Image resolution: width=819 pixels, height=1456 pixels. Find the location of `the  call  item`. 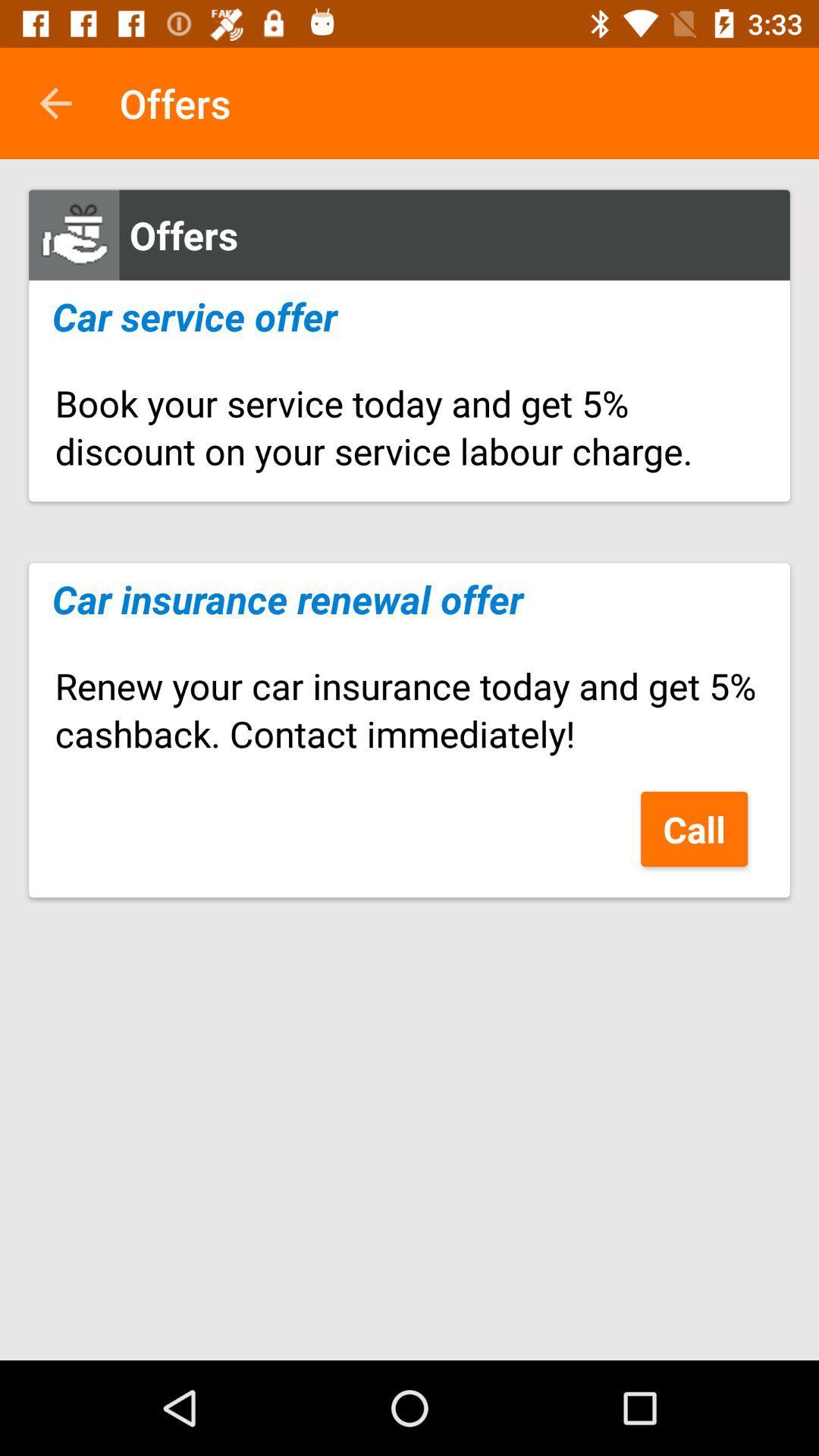

the  call  item is located at coordinates (694, 828).